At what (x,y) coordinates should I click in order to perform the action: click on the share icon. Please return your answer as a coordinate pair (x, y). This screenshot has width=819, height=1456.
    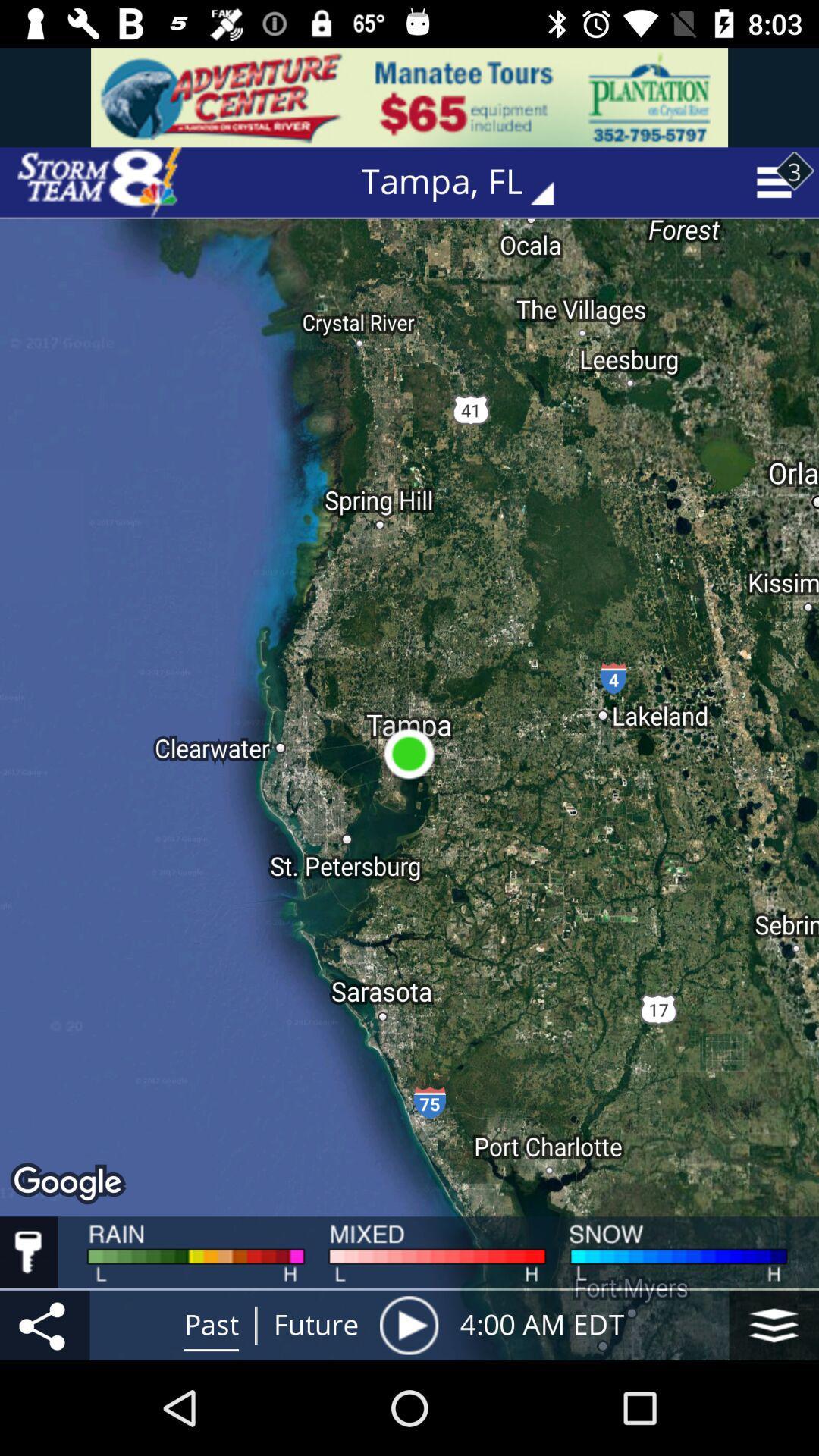
    Looking at the image, I should click on (44, 1324).